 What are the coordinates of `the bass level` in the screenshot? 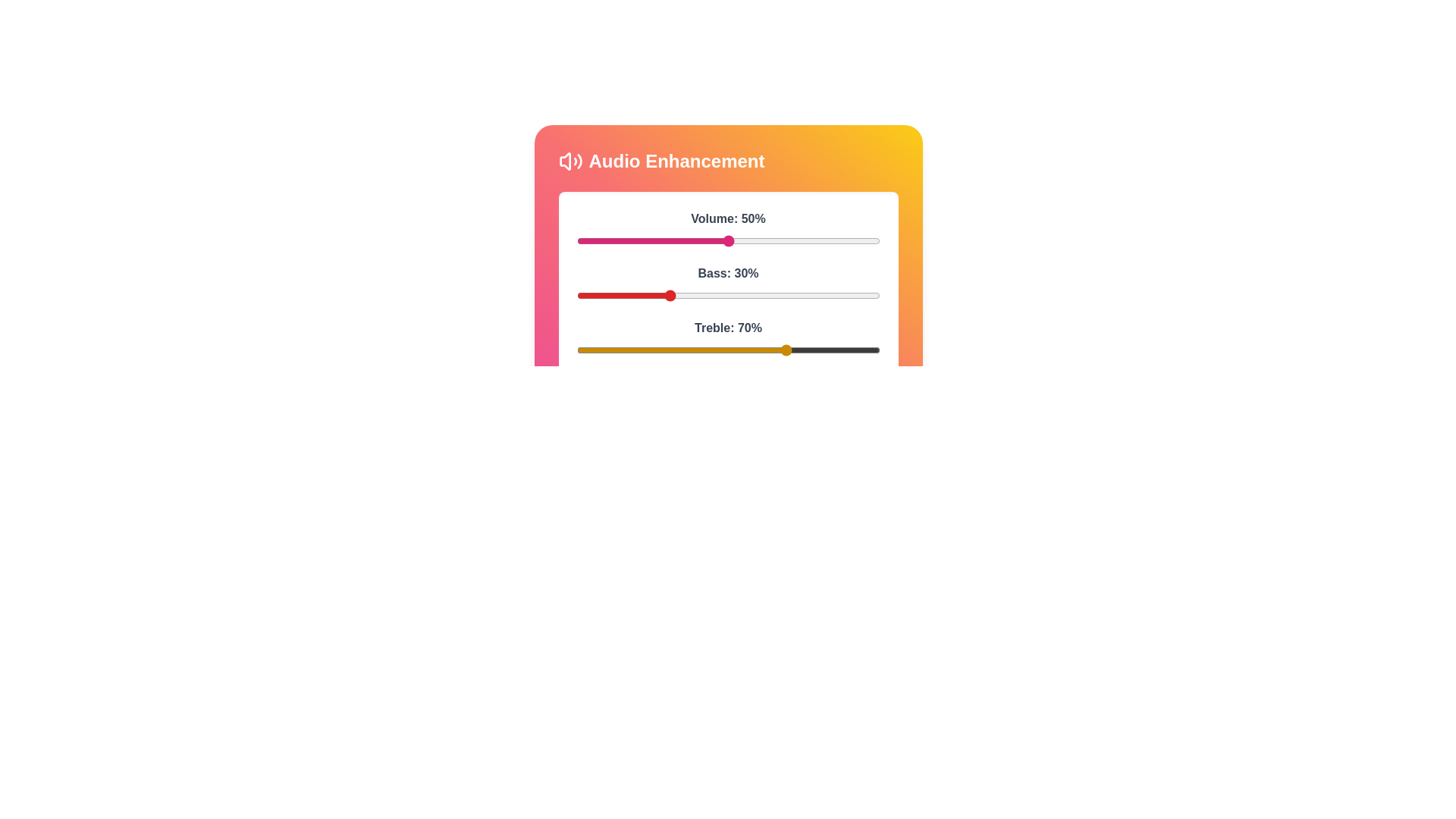 It's located at (712, 295).